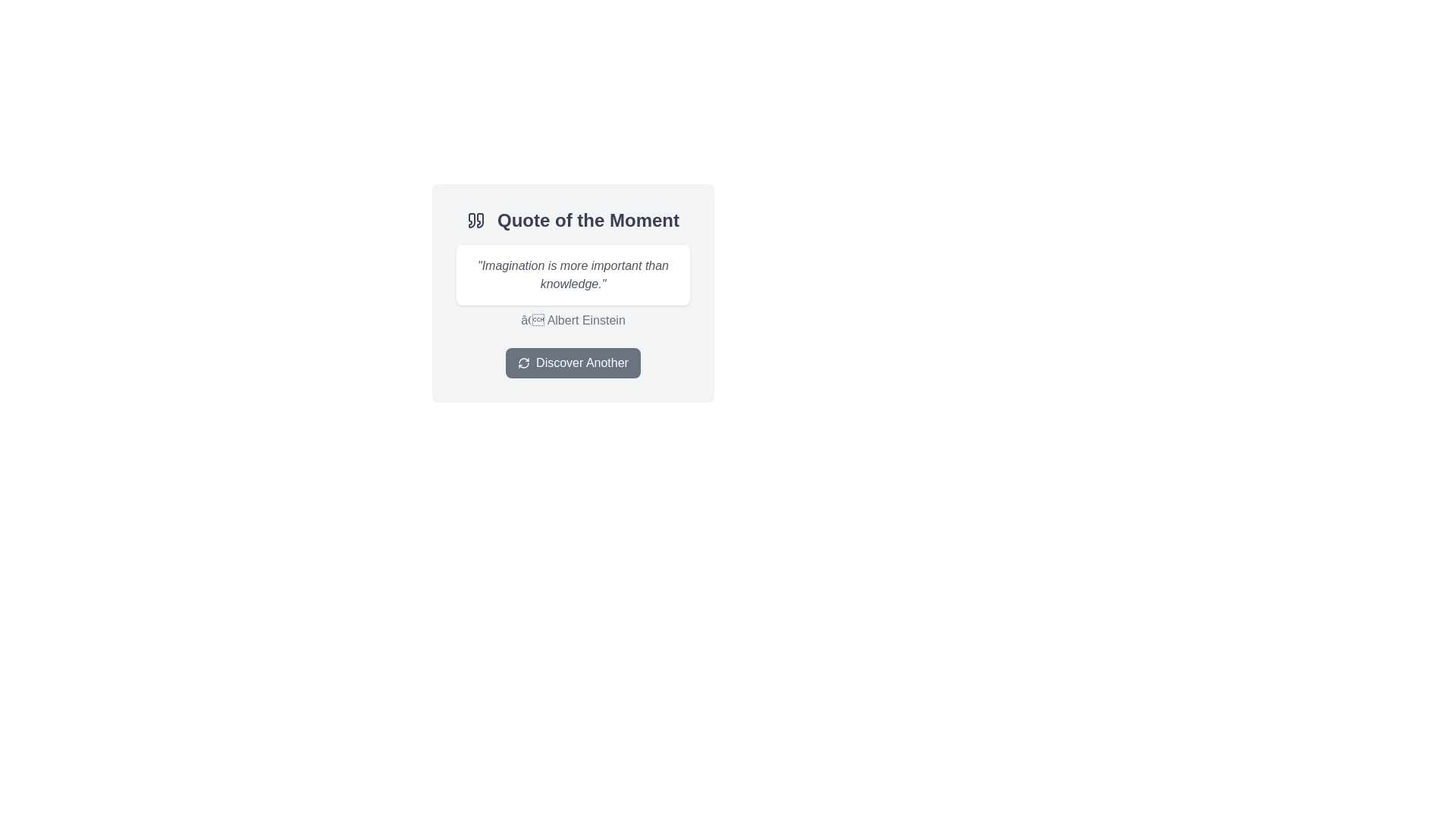 The image size is (1456, 819). Describe the element at coordinates (572, 275) in the screenshot. I see `the highlighted quotation text label located below 'Quote of the Moment' and above '— Albert Einstein.' within the light gray card` at that location.